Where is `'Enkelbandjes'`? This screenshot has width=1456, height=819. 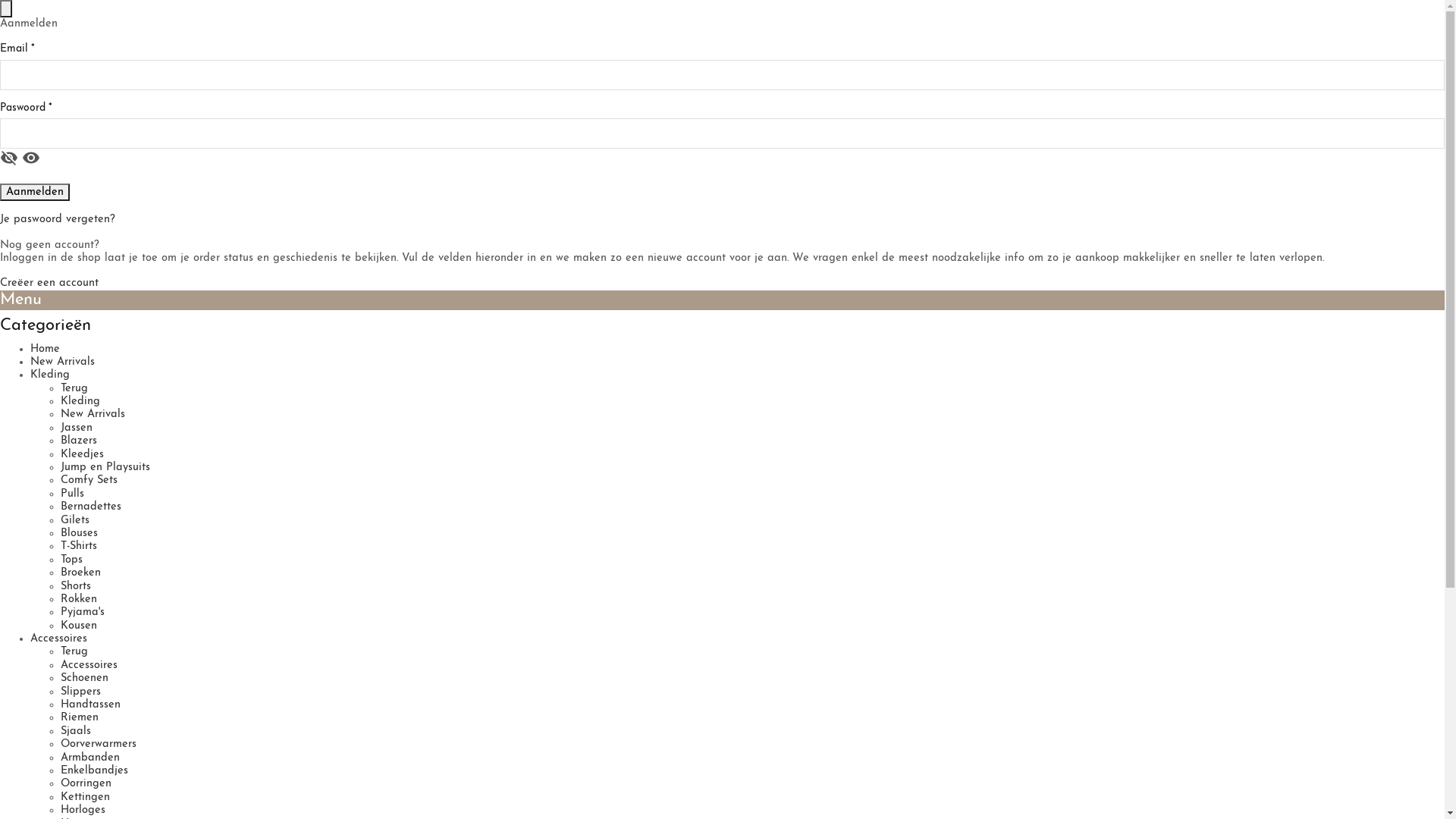 'Enkelbandjes' is located at coordinates (93, 770).